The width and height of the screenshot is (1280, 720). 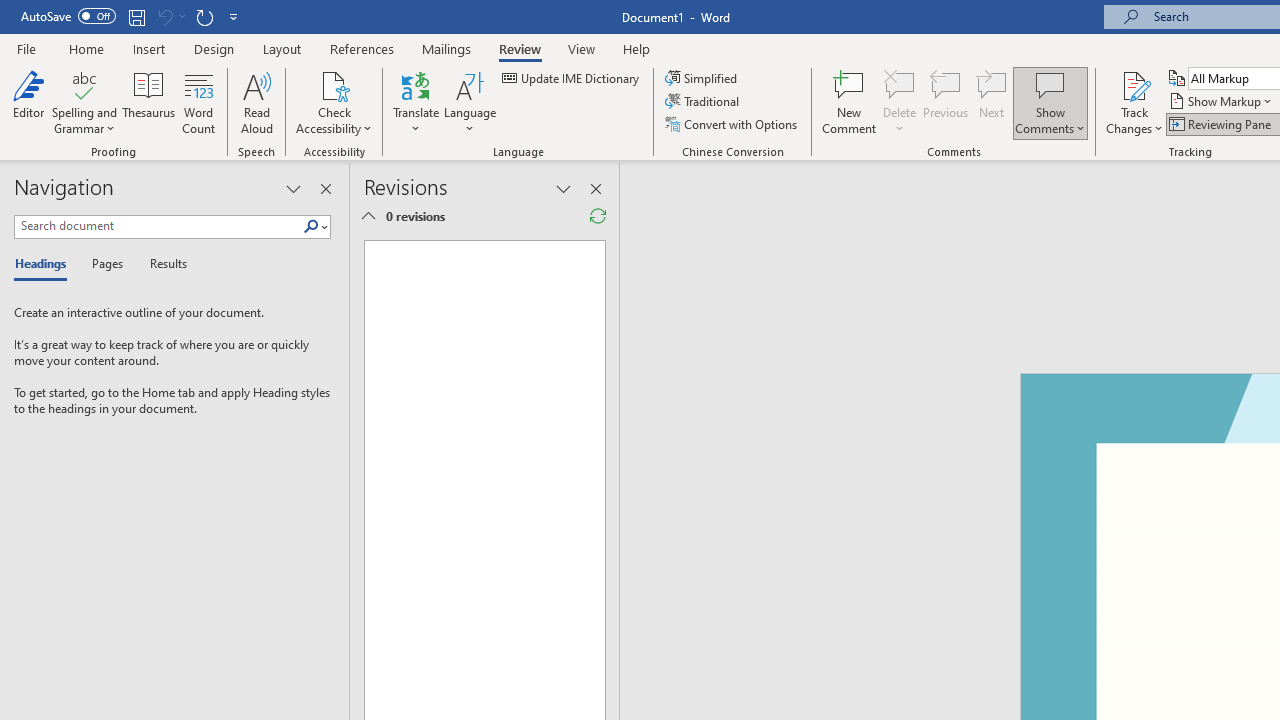 I want to click on 'Task Pane Options', so click(x=292, y=189).